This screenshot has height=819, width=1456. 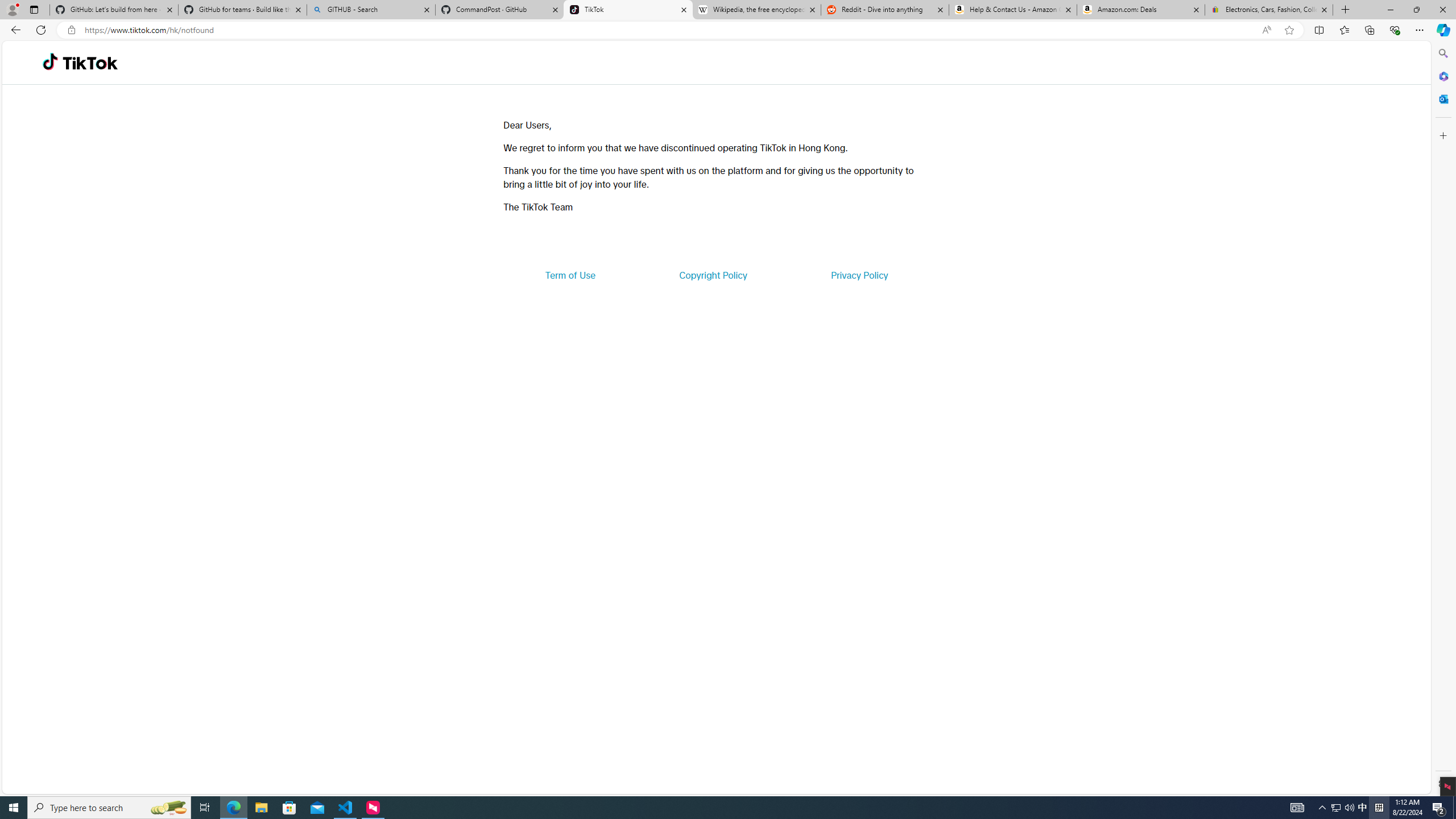 What do you see at coordinates (885, 9) in the screenshot?
I see `'Reddit - Dive into anything'` at bounding box center [885, 9].